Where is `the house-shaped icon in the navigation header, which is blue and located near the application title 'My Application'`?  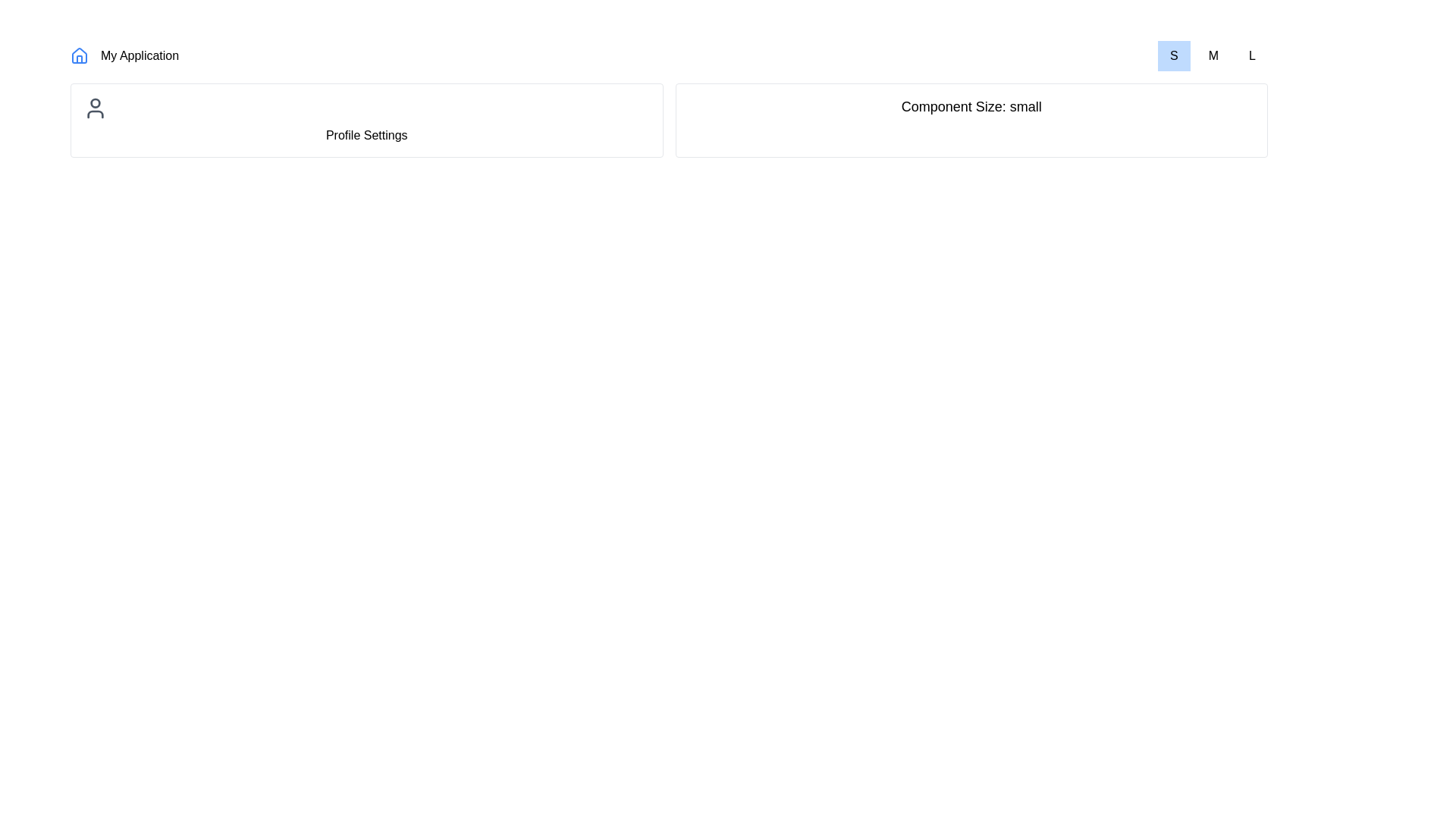 the house-shaped icon in the navigation header, which is blue and located near the application title 'My Application' is located at coordinates (79, 55).